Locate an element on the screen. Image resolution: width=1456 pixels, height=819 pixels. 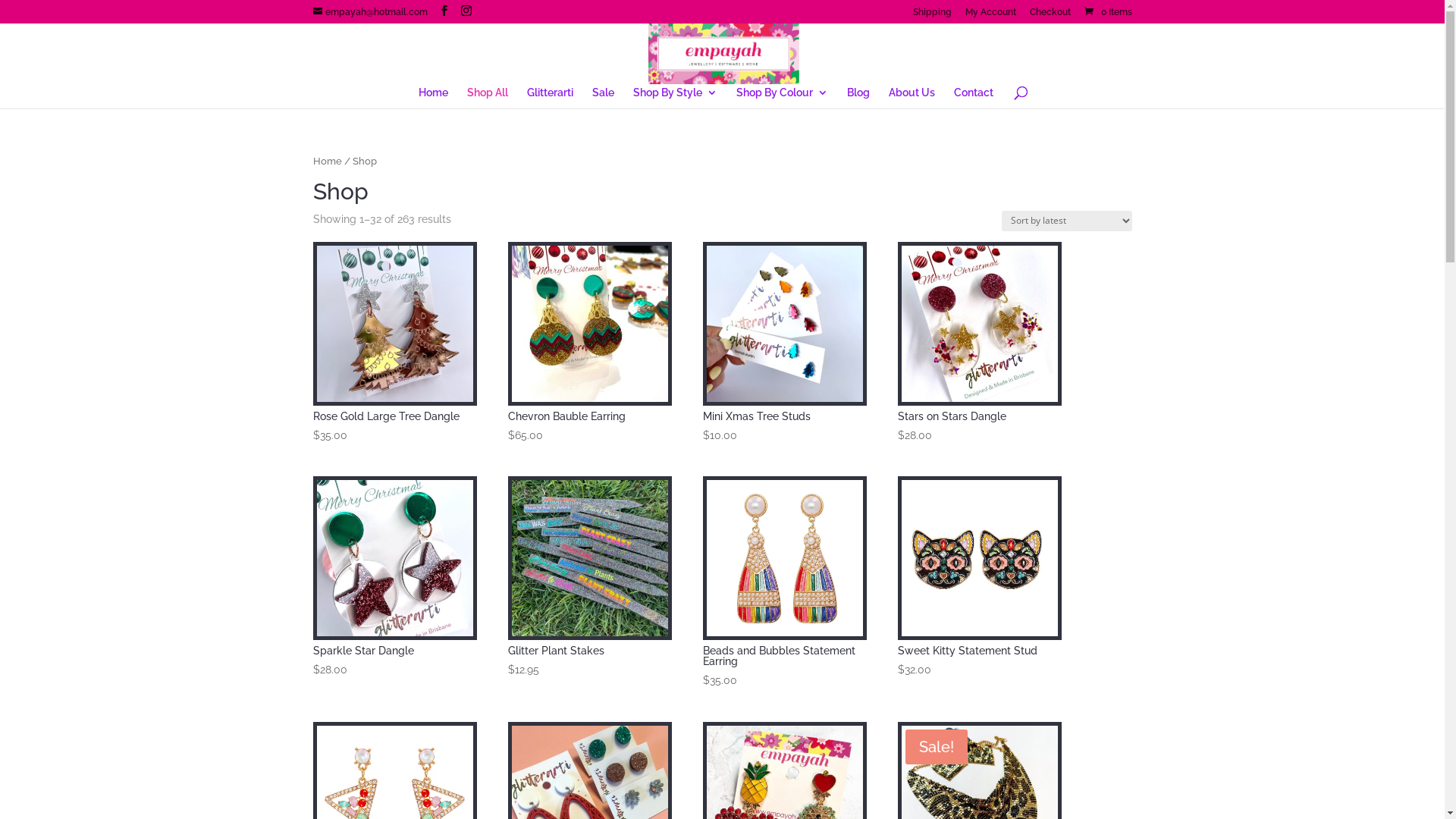
'Shop All' is located at coordinates (488, 97).